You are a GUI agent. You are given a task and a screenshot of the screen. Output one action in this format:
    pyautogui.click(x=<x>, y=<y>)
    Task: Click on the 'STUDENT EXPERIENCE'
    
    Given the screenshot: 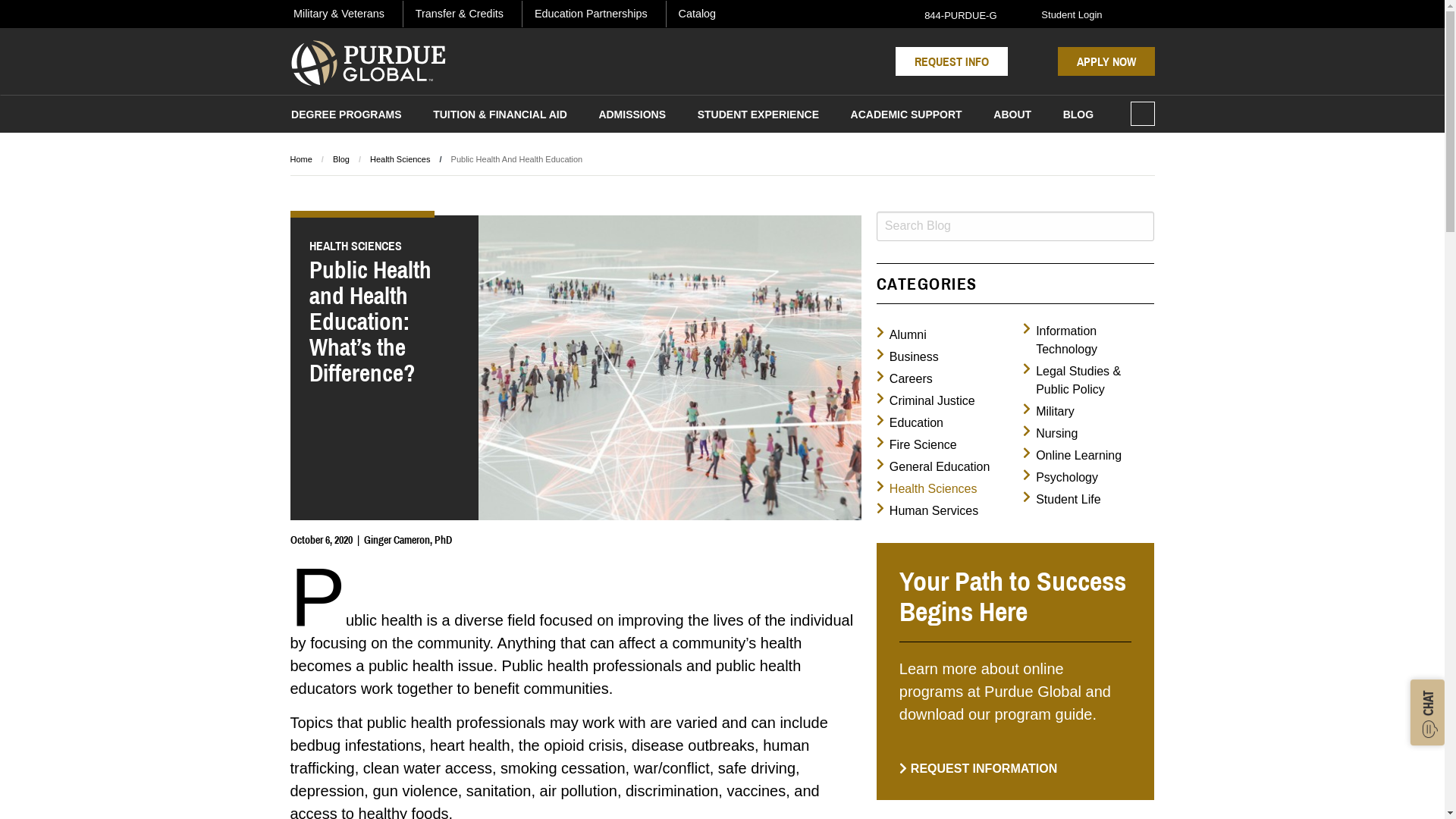 What is the action you would take?
    pyautogui.click(x=758, y=116)
    